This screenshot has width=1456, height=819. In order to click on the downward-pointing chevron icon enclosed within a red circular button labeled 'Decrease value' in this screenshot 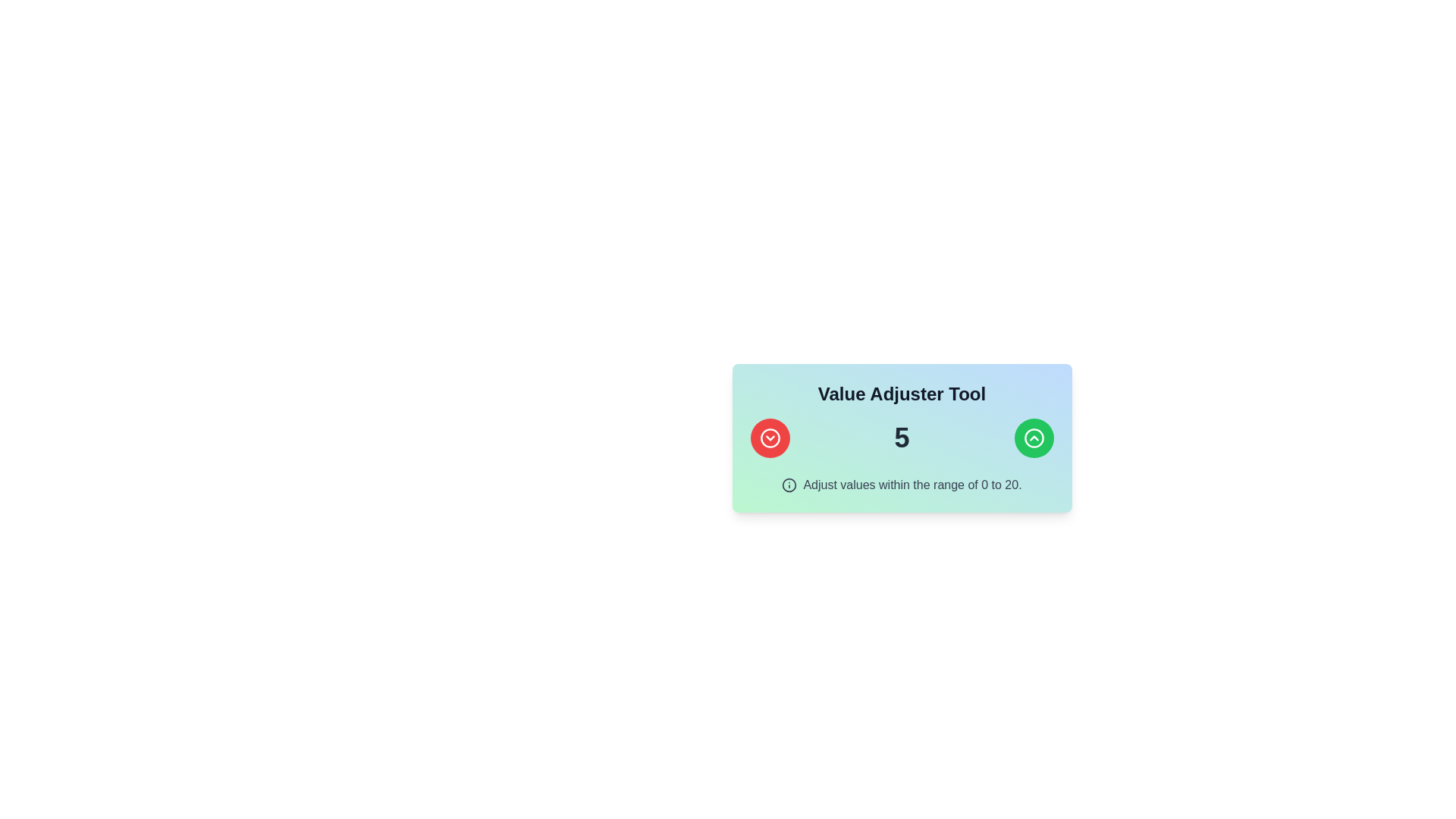, I will do `click(770, 438)`.